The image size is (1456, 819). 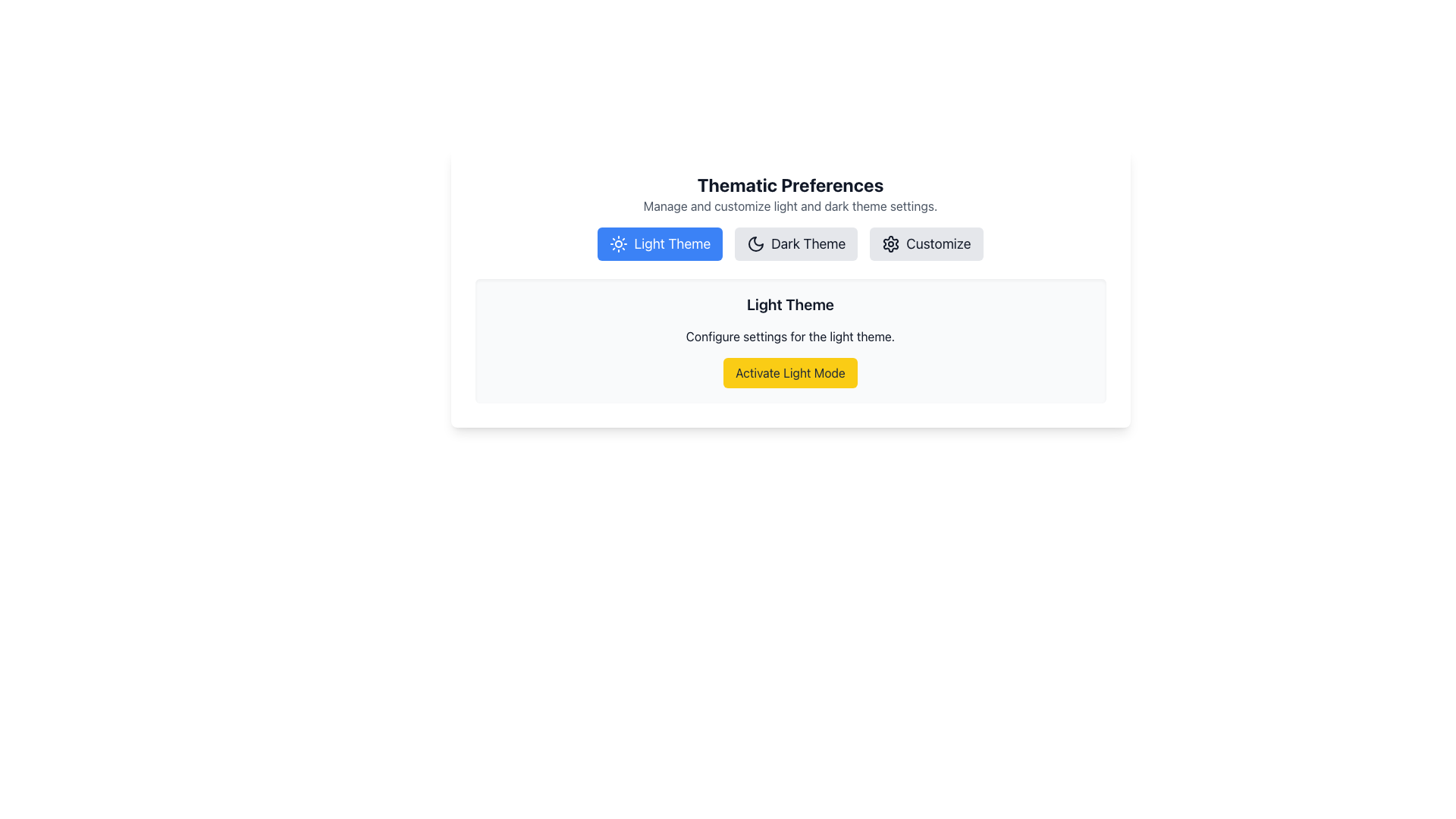 I want to click on the 'Customize' button which contains the icon for opening settings or customization options located to the right of the 'Dark Theme' button and to the left of the text label 'Customize', so click(x=891, y=243).